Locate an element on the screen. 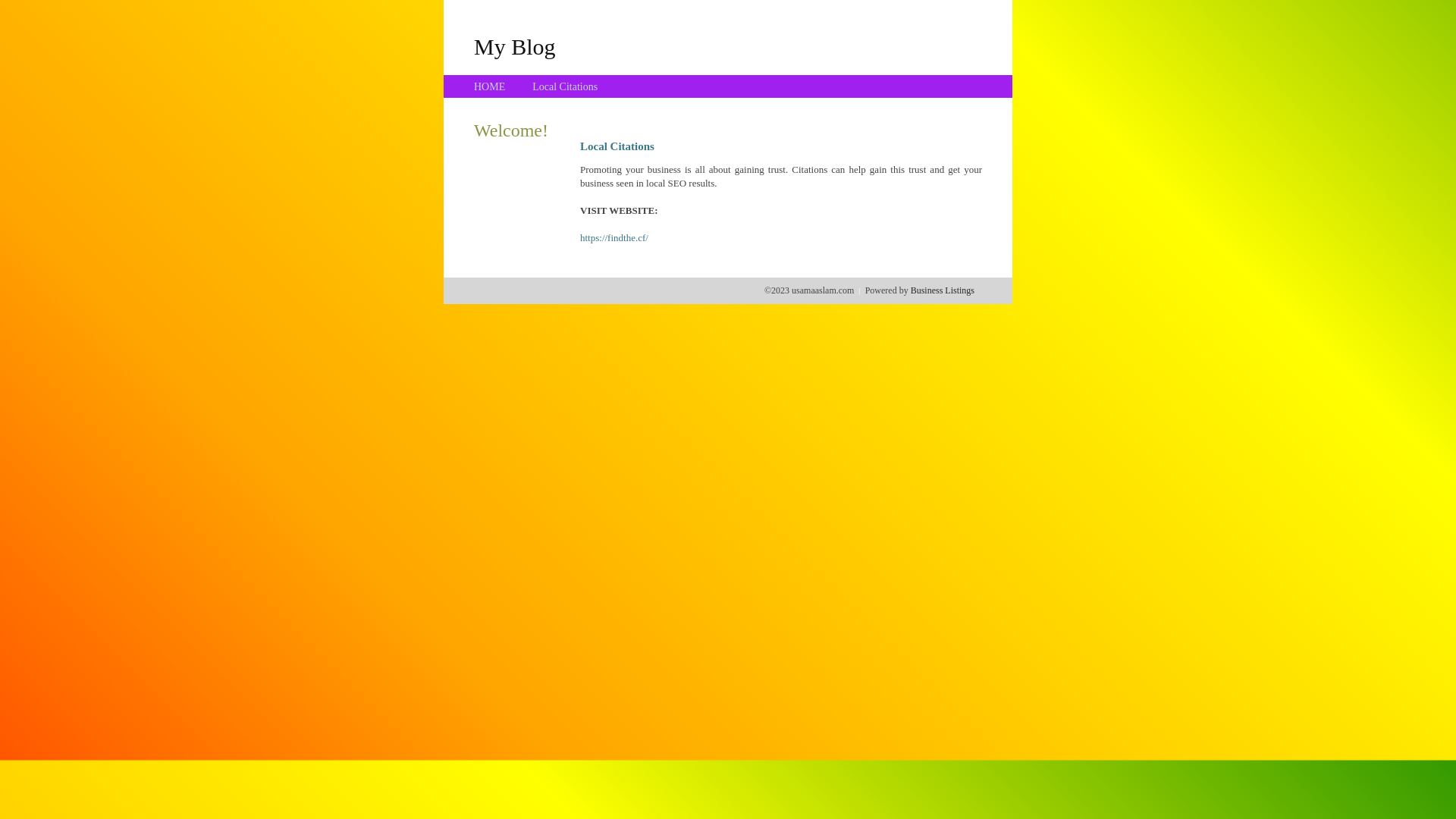 The width and height of the screenshot is (1456, 819). 'My Blog' is located at coordinates (514, 45).